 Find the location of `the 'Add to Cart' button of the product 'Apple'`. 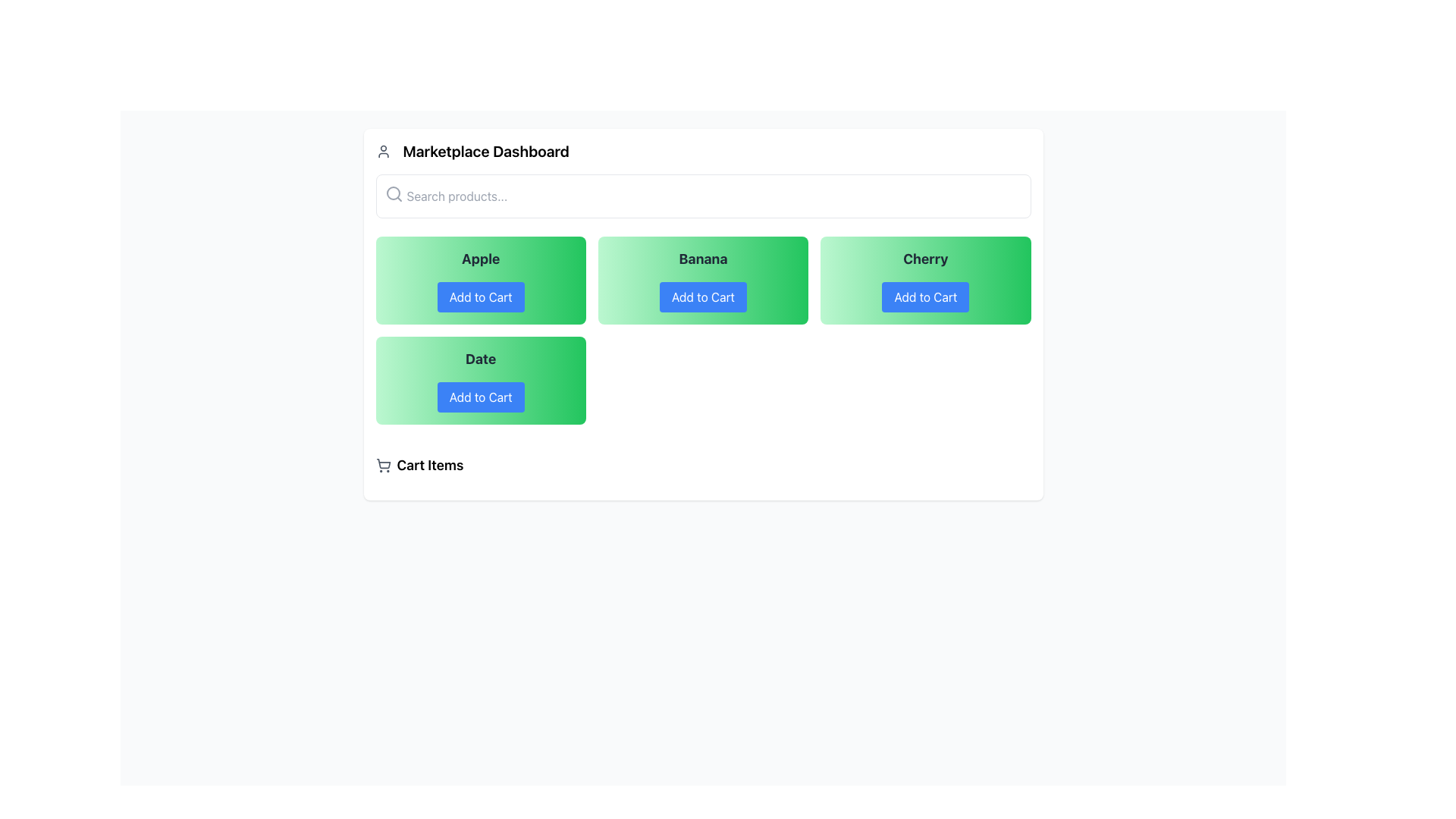

the 'Add to Cart' button of the product 'Apple' is located at coordinates (480, 281).